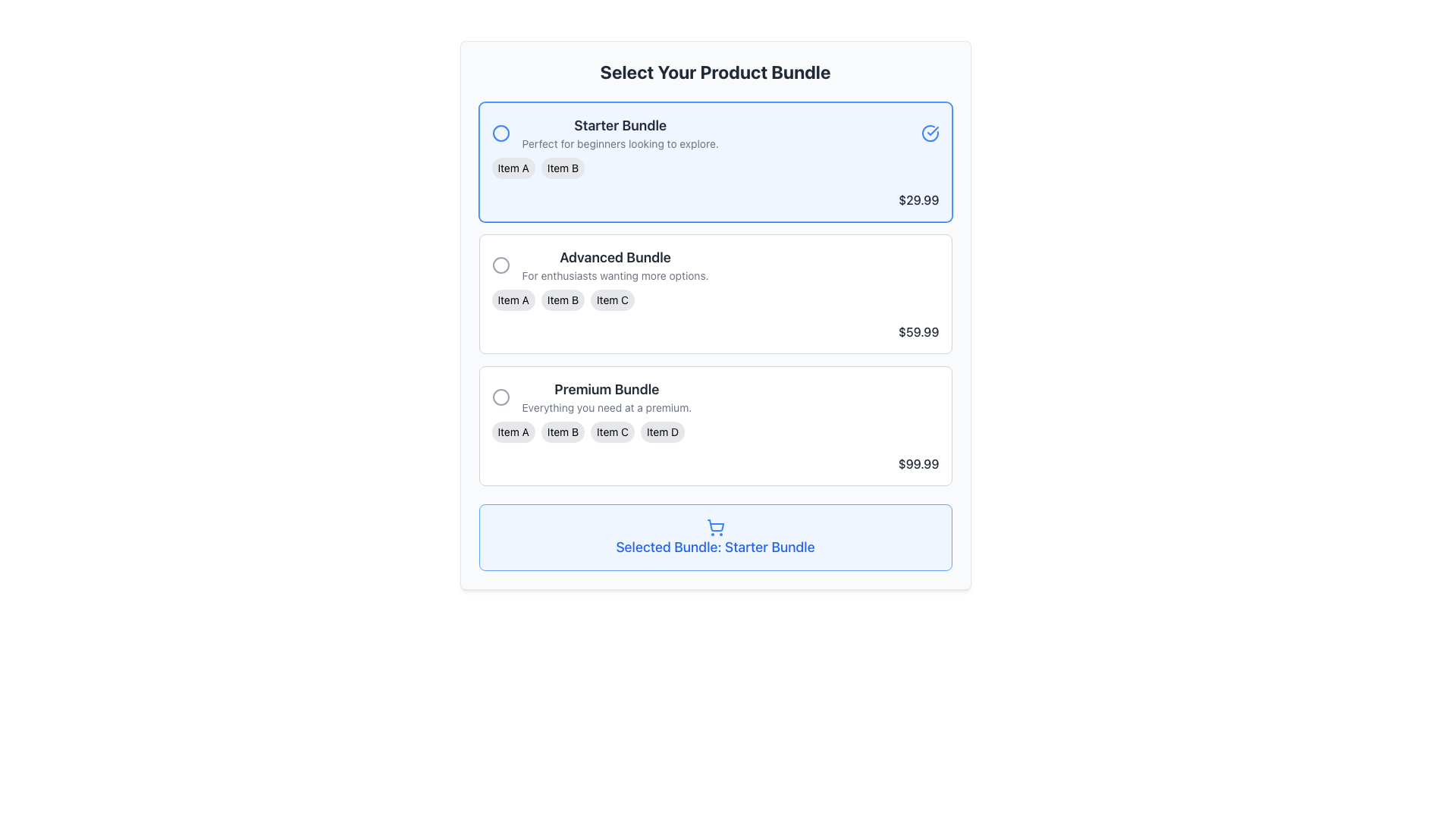  What do you see at coordinates (500, 397) in the screenshot?
I see `the Icon or SVG graphic representing the 'Premium Bundle' option, which indicates selection or status` at bounding box center [500, 397].